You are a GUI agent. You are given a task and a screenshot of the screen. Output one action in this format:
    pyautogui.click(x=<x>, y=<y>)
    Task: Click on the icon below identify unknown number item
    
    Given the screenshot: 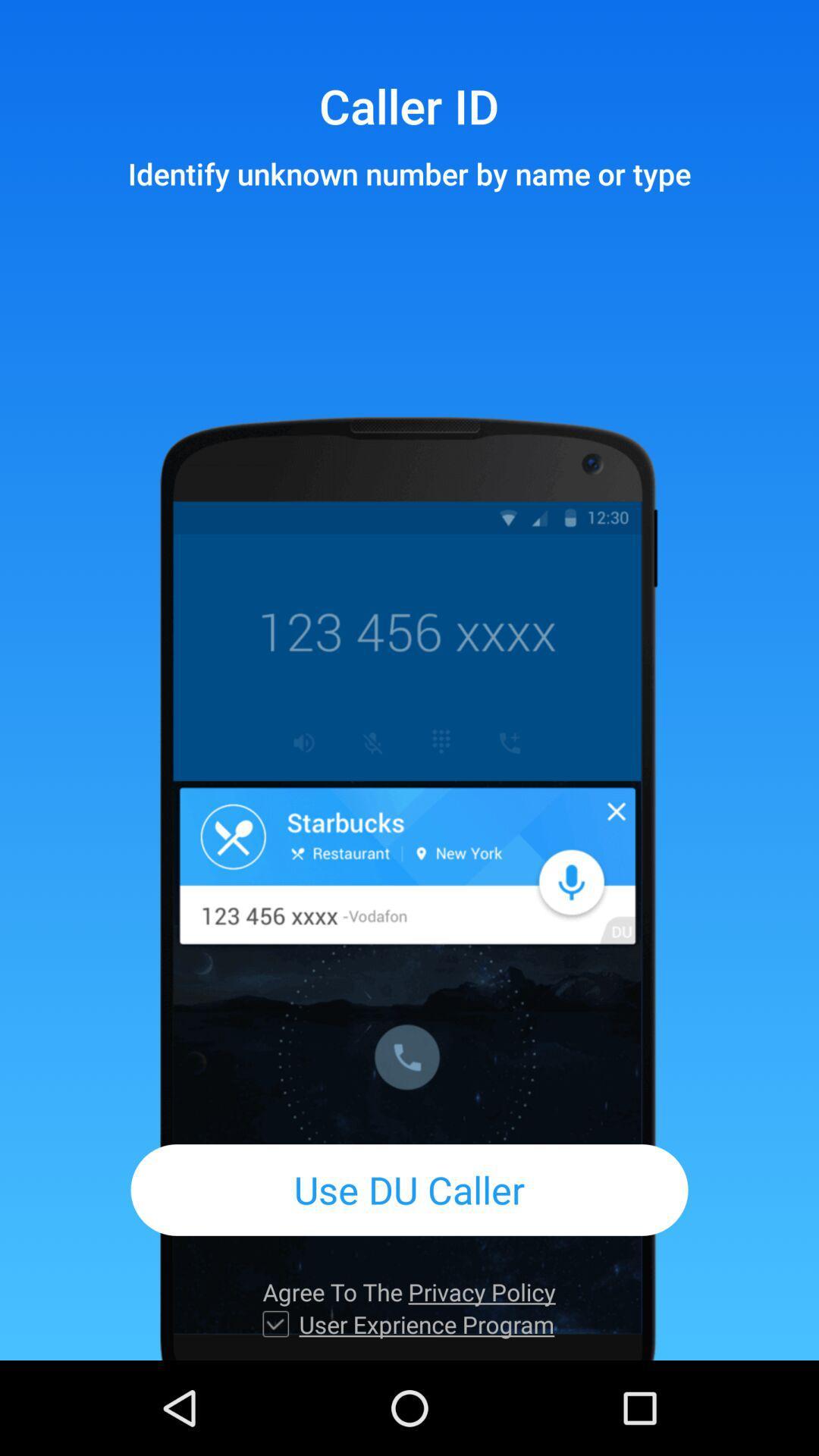 What is the action you would take?
    pyautogui.click(x=409, y=1189)
    